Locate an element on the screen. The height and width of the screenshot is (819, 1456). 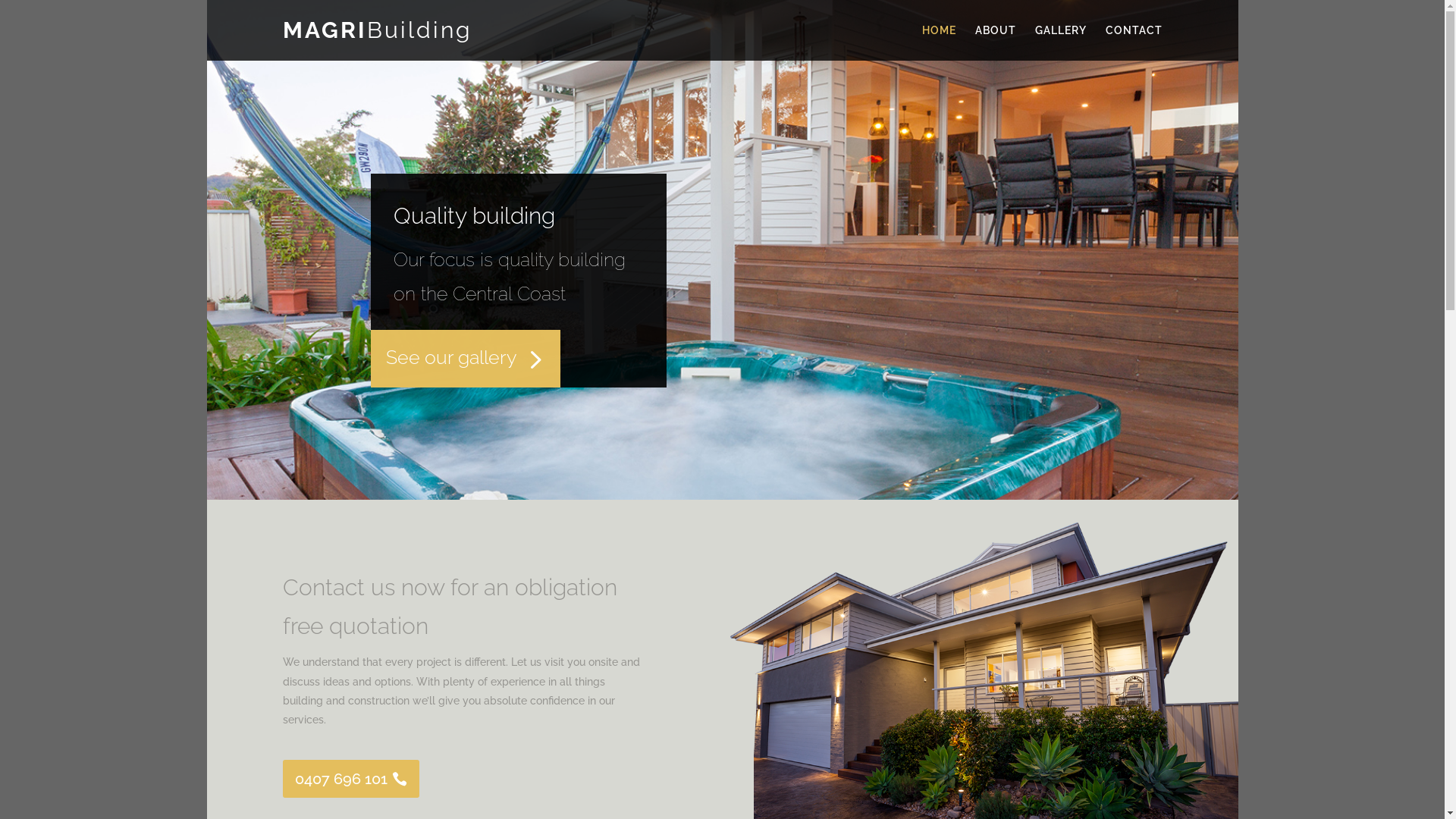
'ABOUT' is located at coordinates (996, 42).